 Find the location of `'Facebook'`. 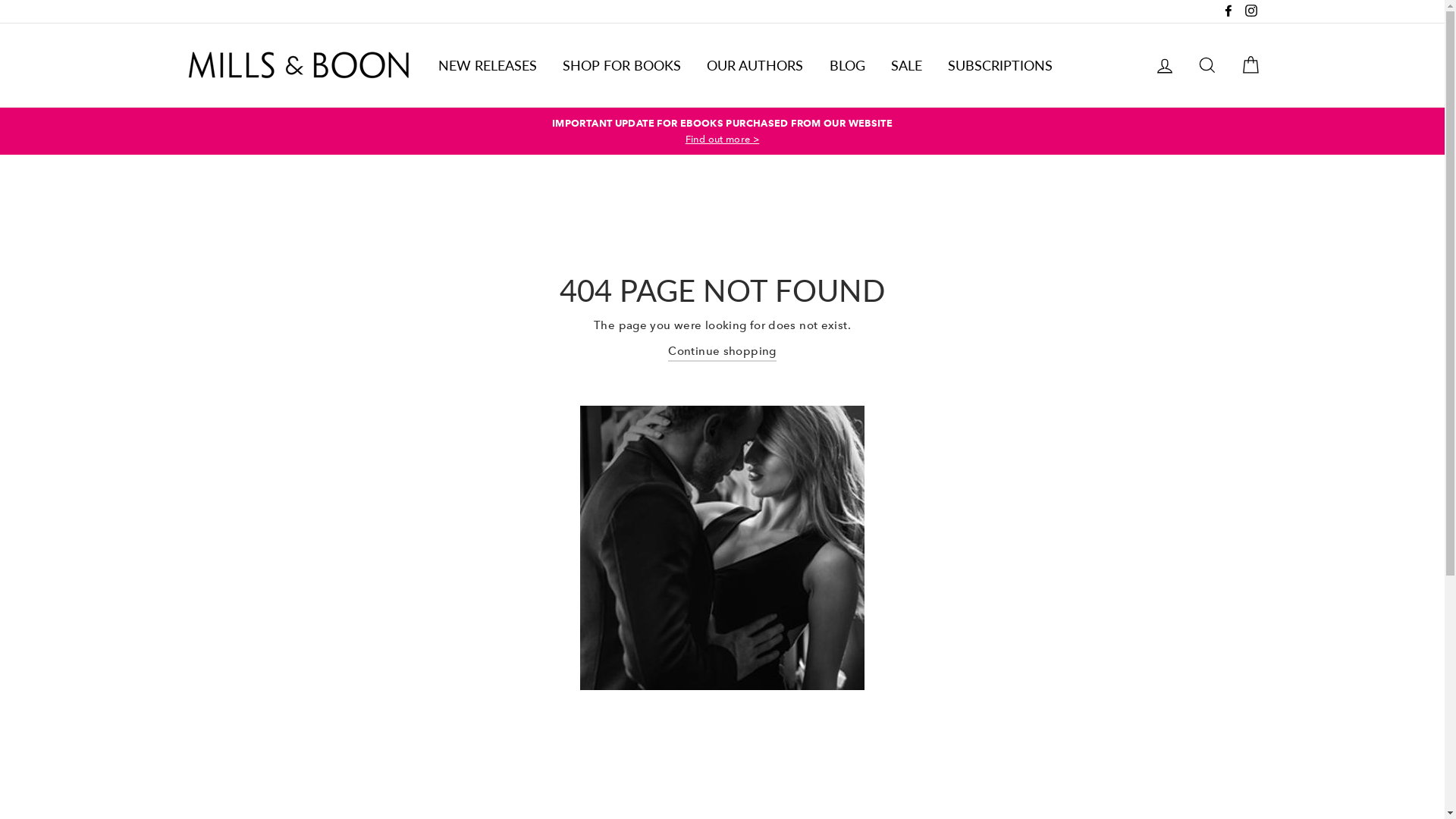

'Facebook' is located at coordinates (1228, 11).